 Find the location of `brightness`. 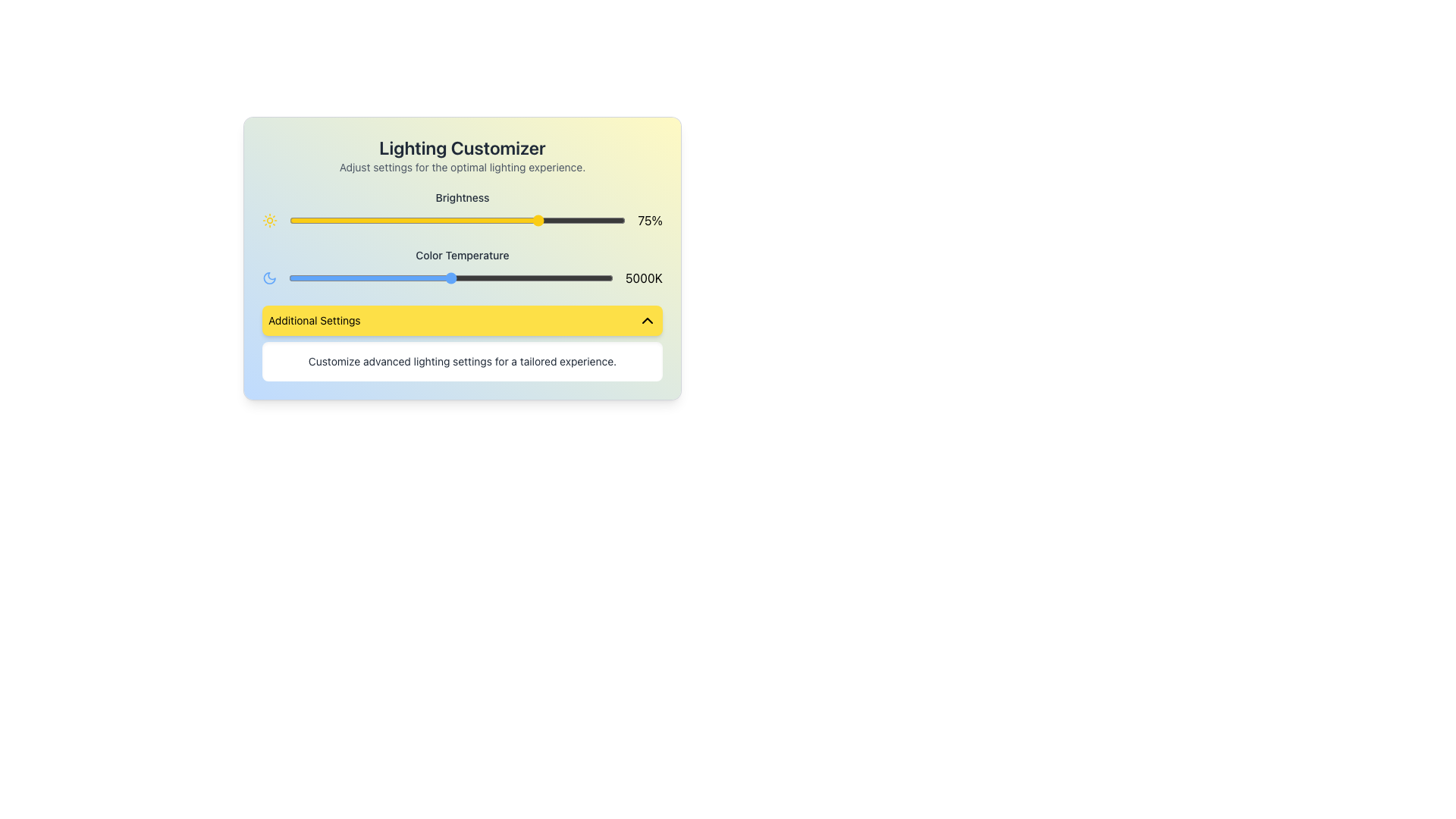

brightness is located at coordinates (615, 220).